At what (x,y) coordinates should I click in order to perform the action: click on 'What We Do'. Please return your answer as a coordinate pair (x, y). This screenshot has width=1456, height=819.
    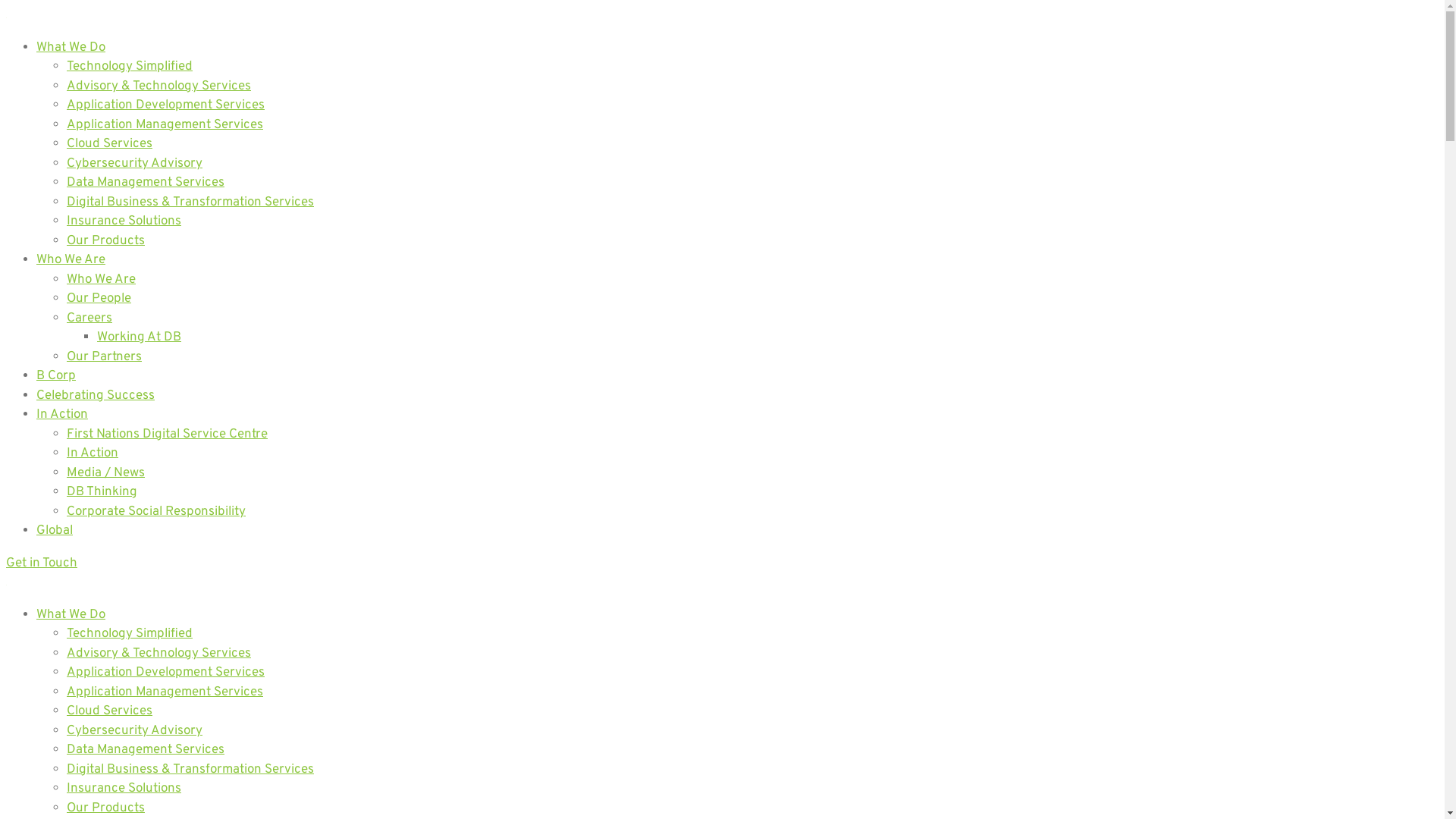
    Looking at the image, I should click on (70, 614).